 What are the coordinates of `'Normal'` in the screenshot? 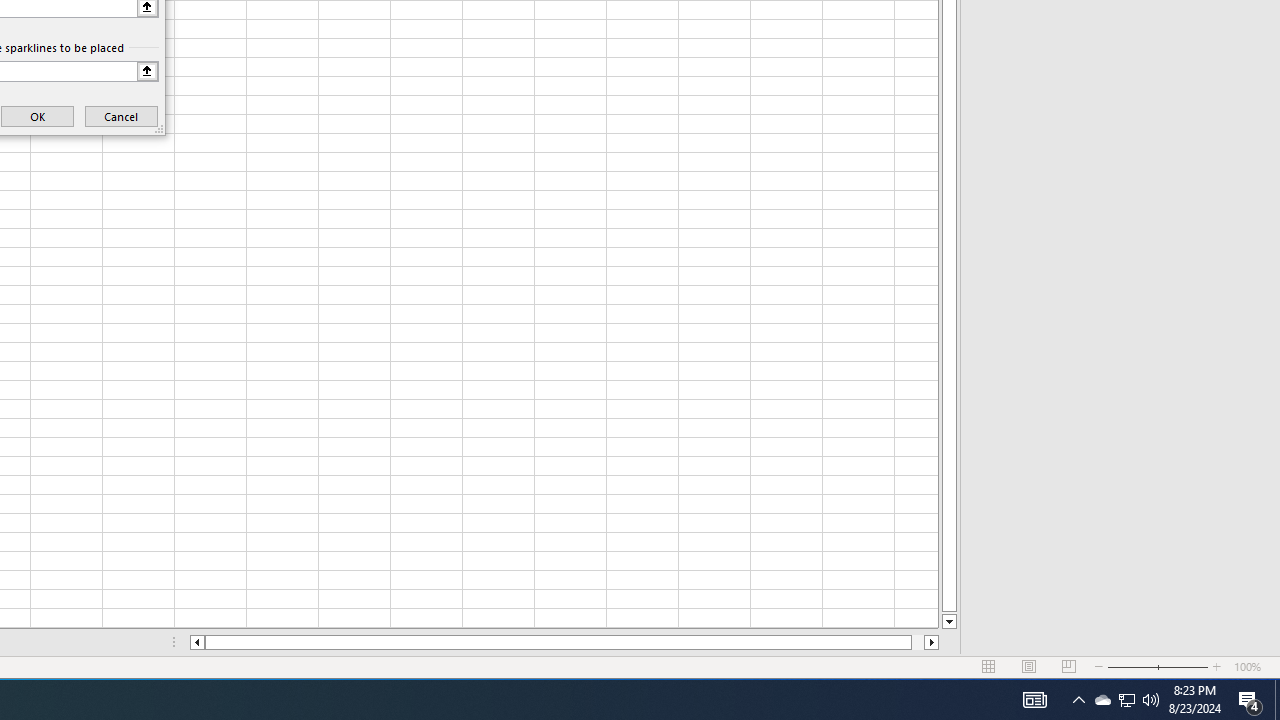 It's located at (988, 667).